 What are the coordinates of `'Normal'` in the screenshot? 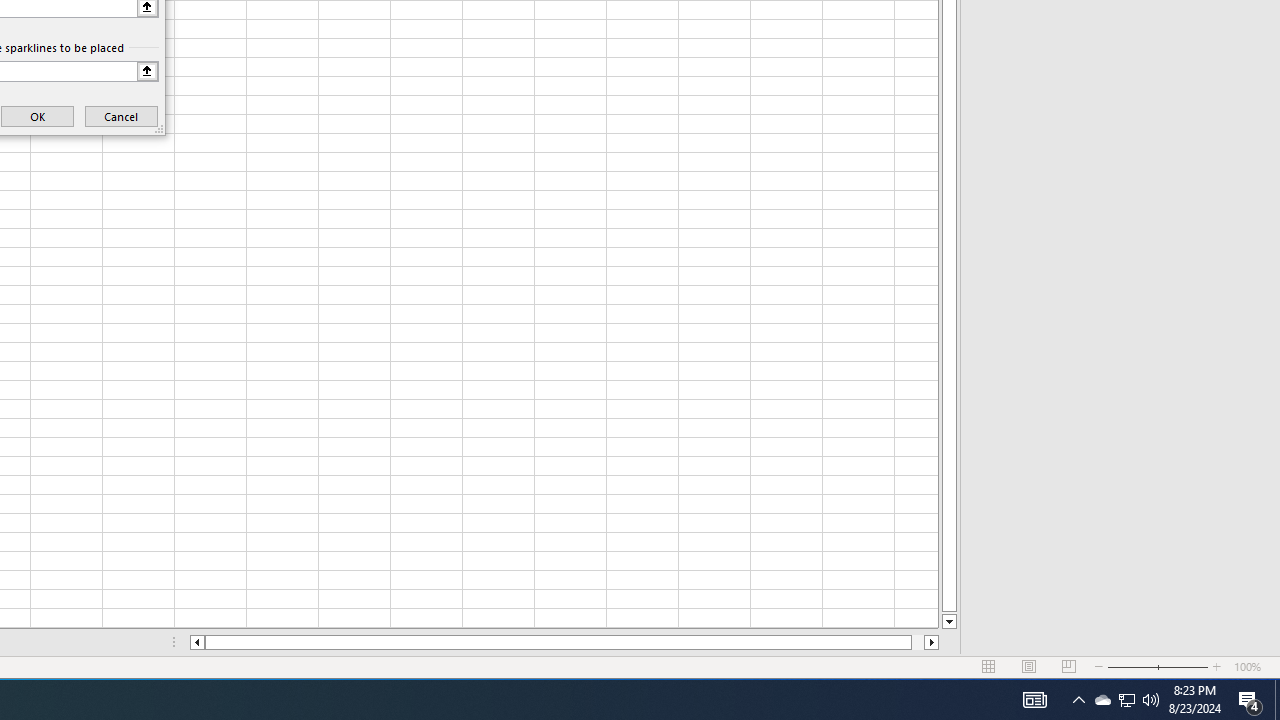 It's located at (988, 667).